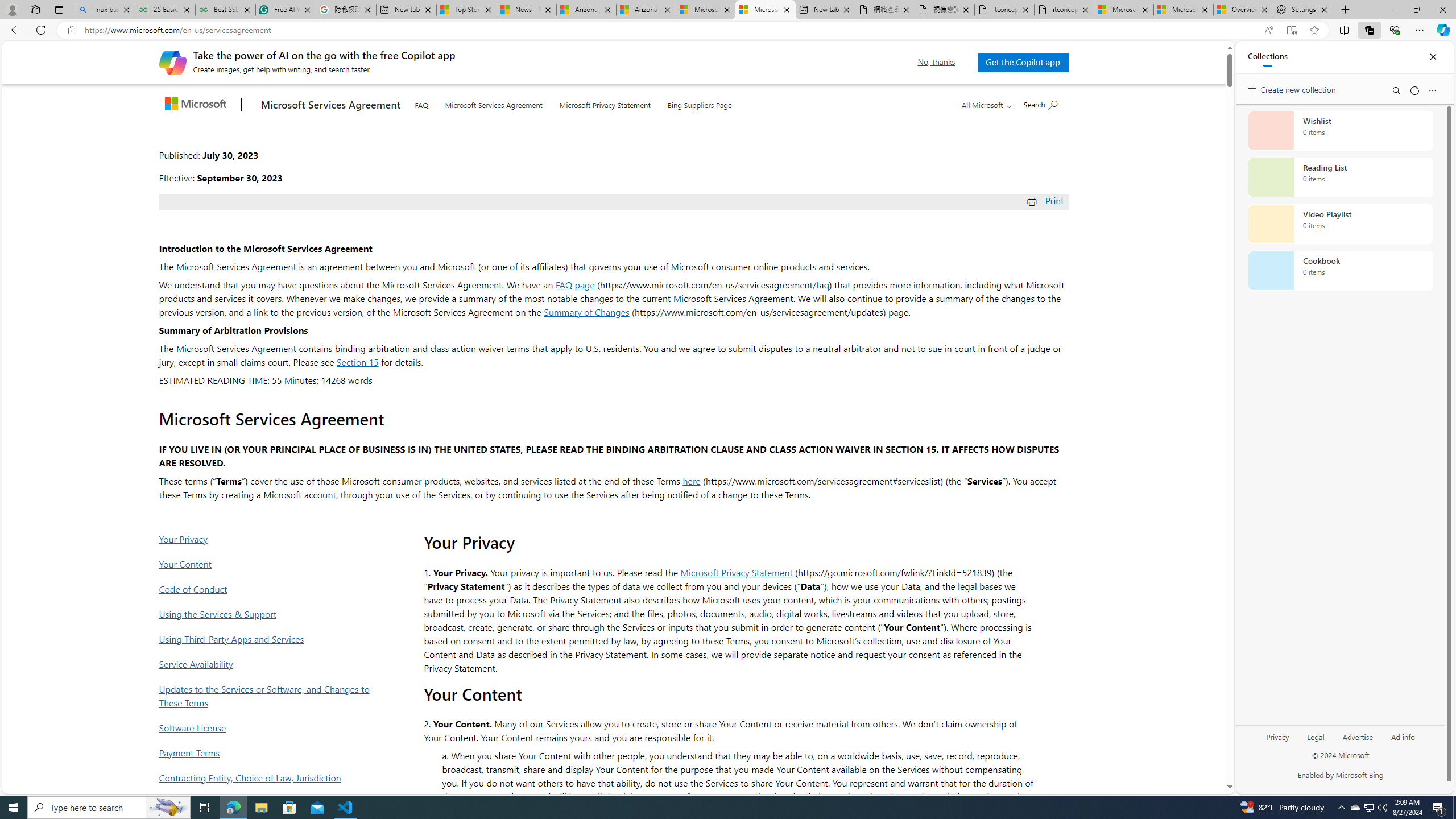 This screenshot has width=1456, height=819. What do you see at coordinates (357, 361) in the screenshot?
I see `'Section 15'` at bounding box center [357, 361].